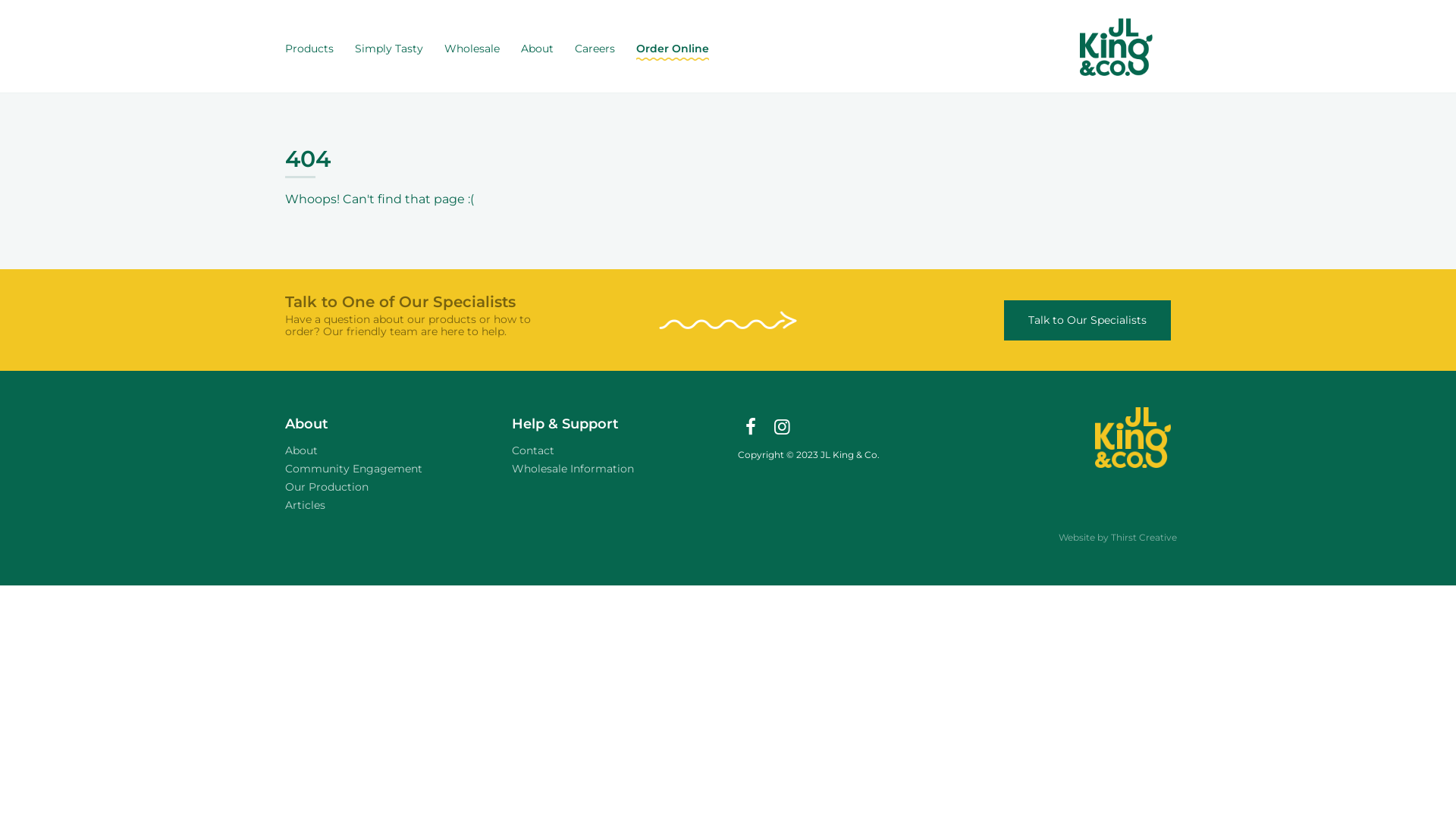 The image size is (1456, 819). Describe the element at coordinates (594, 48) in the screenshot. I see `'Careers'` at that location.